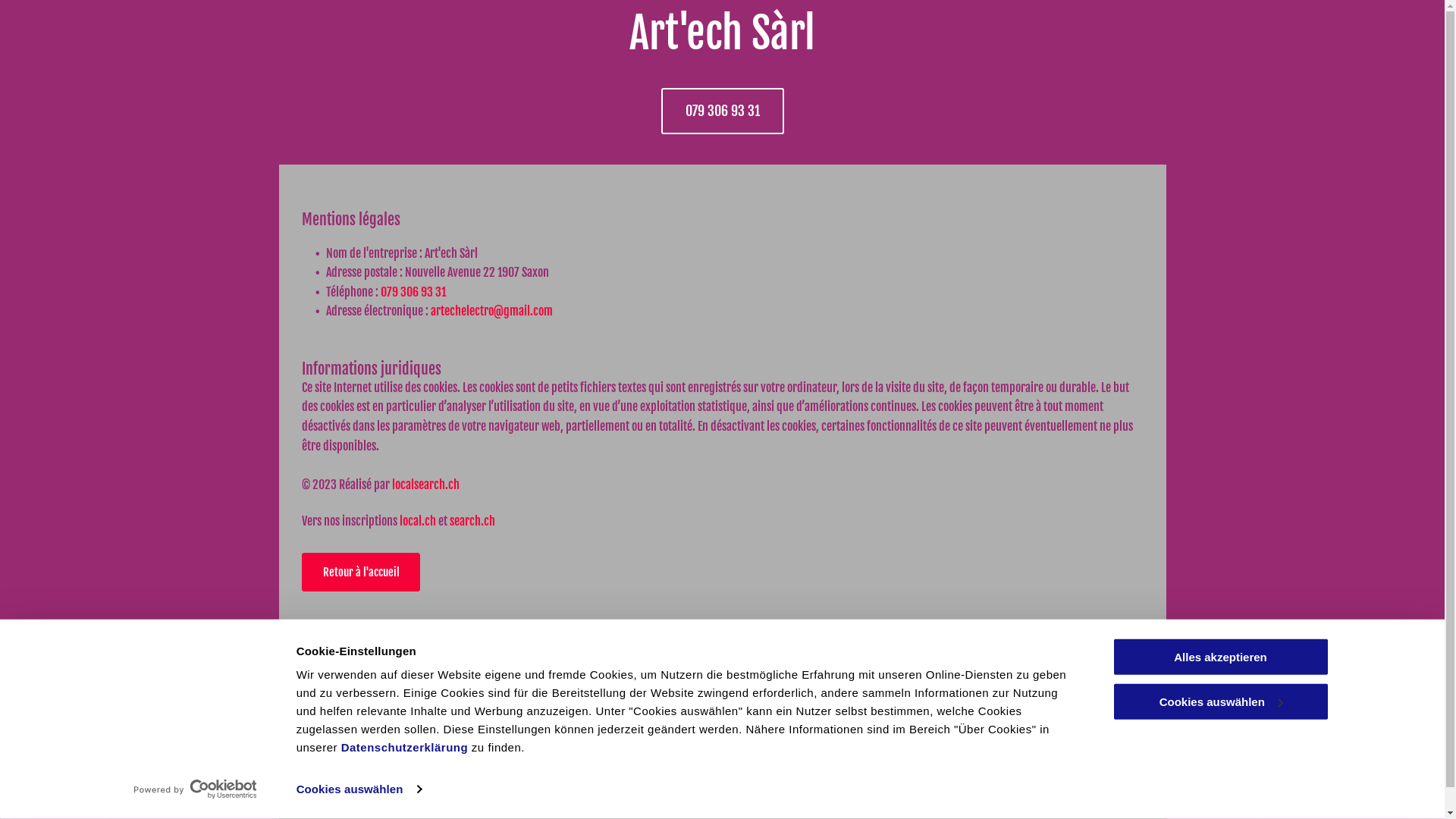  I want to click on 'artechelectro@gmail.com', so click(491, 309).